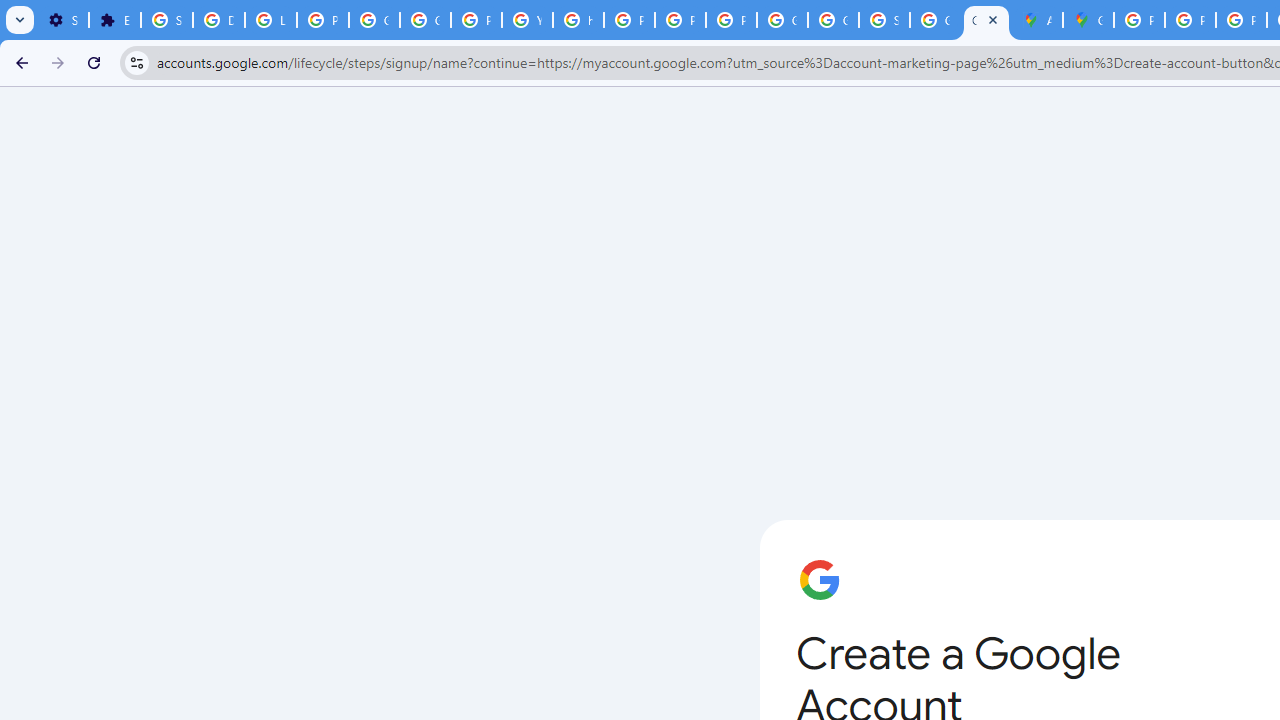  I want to click on 'Extensions', so click(113, 20).